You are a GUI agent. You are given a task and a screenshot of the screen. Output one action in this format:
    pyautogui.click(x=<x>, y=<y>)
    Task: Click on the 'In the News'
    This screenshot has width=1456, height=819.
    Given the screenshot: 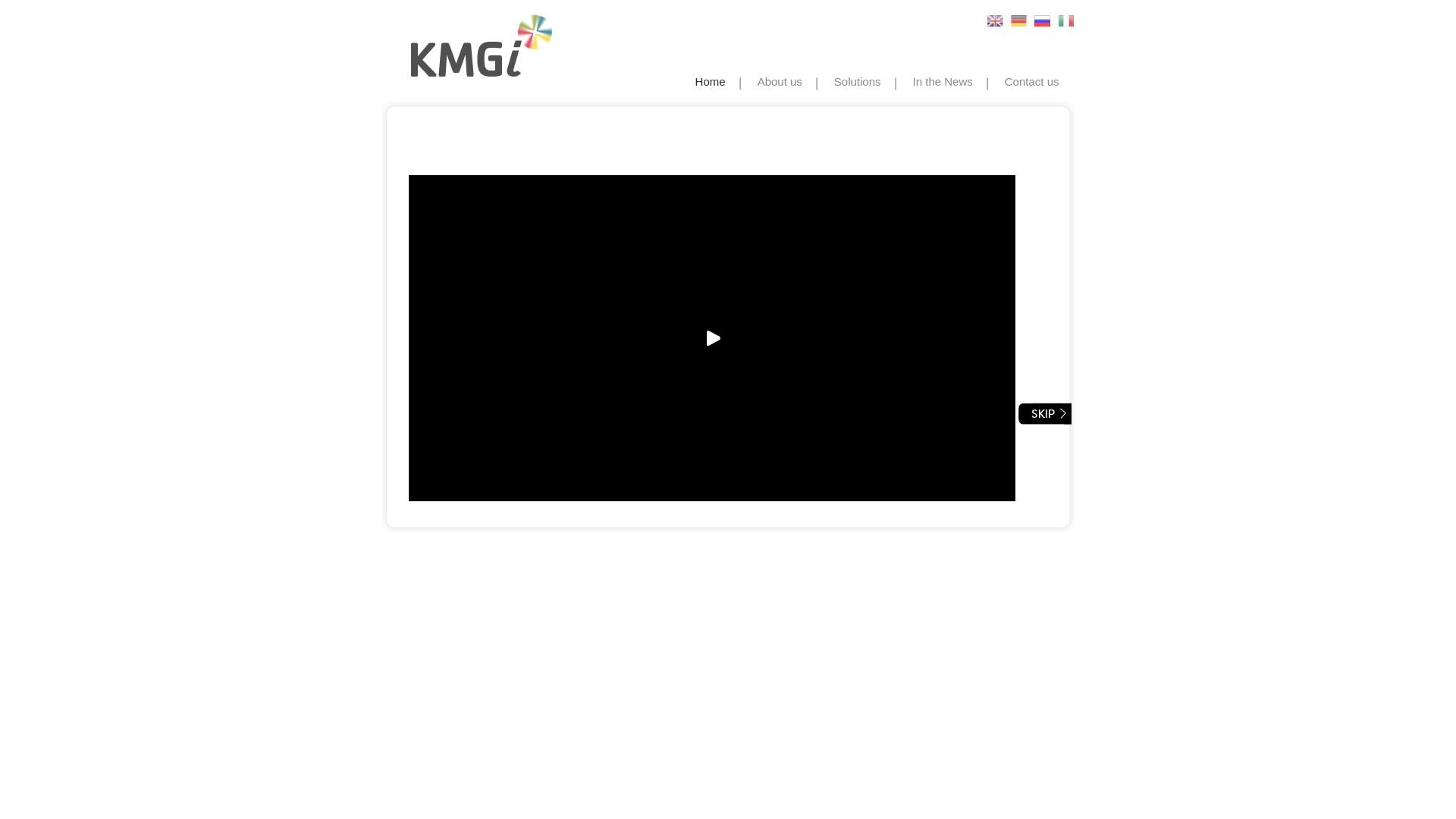 What is the action you would take?
    pyautogui.click(x=942, y=81)
    